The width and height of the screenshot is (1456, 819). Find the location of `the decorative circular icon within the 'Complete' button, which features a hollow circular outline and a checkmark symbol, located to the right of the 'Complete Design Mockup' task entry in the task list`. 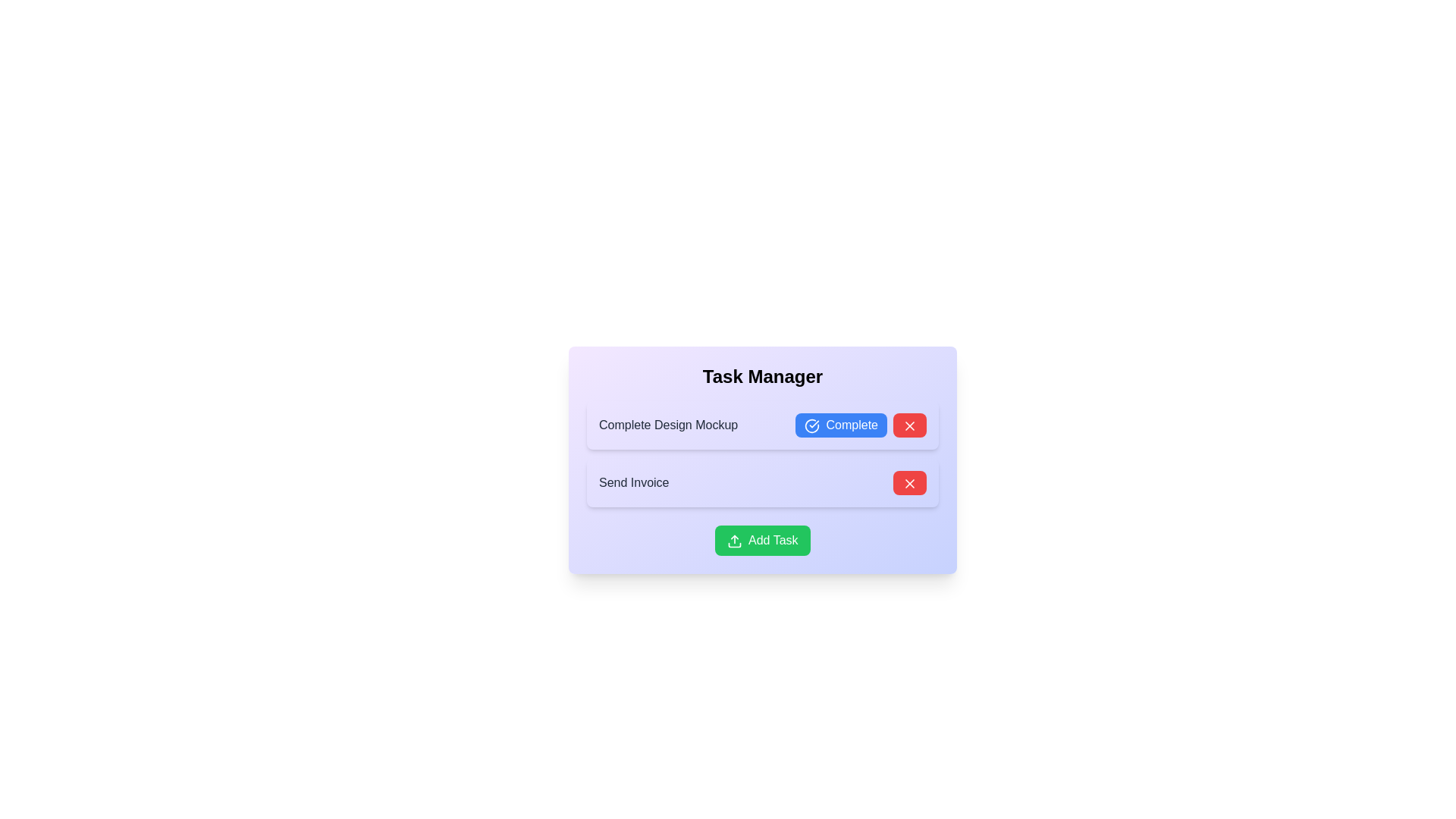

the decorative circular icon within the 'Complete' button, which features a hollow circular outline and a checkmark symbol, located to the right of the 'Complete Design Mockup' task entry in the task list is located at coordinates (811, 425).